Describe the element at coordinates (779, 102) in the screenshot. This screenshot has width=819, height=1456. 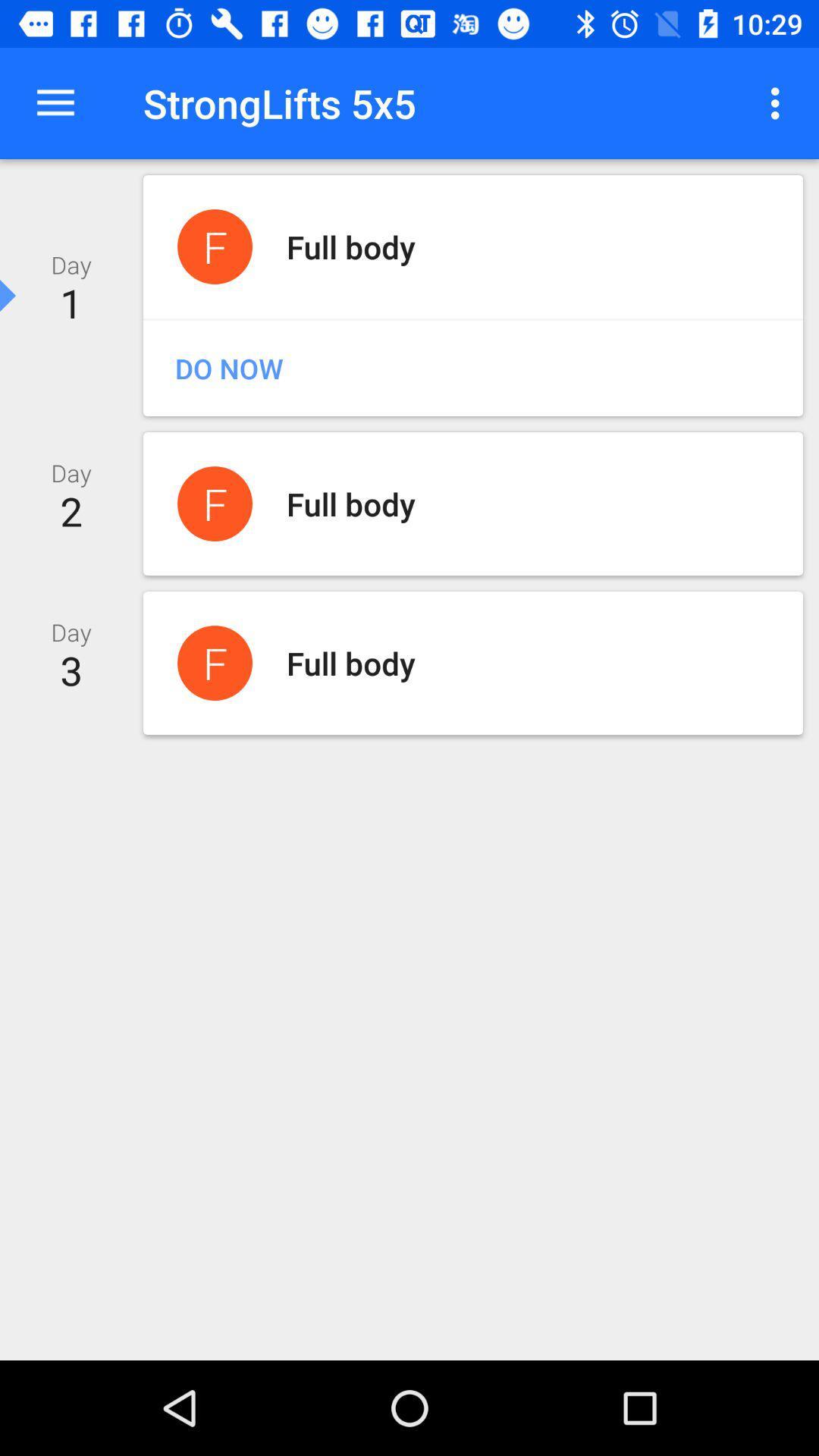
I see `the icon next to the stronglifts 5x5` at that location.